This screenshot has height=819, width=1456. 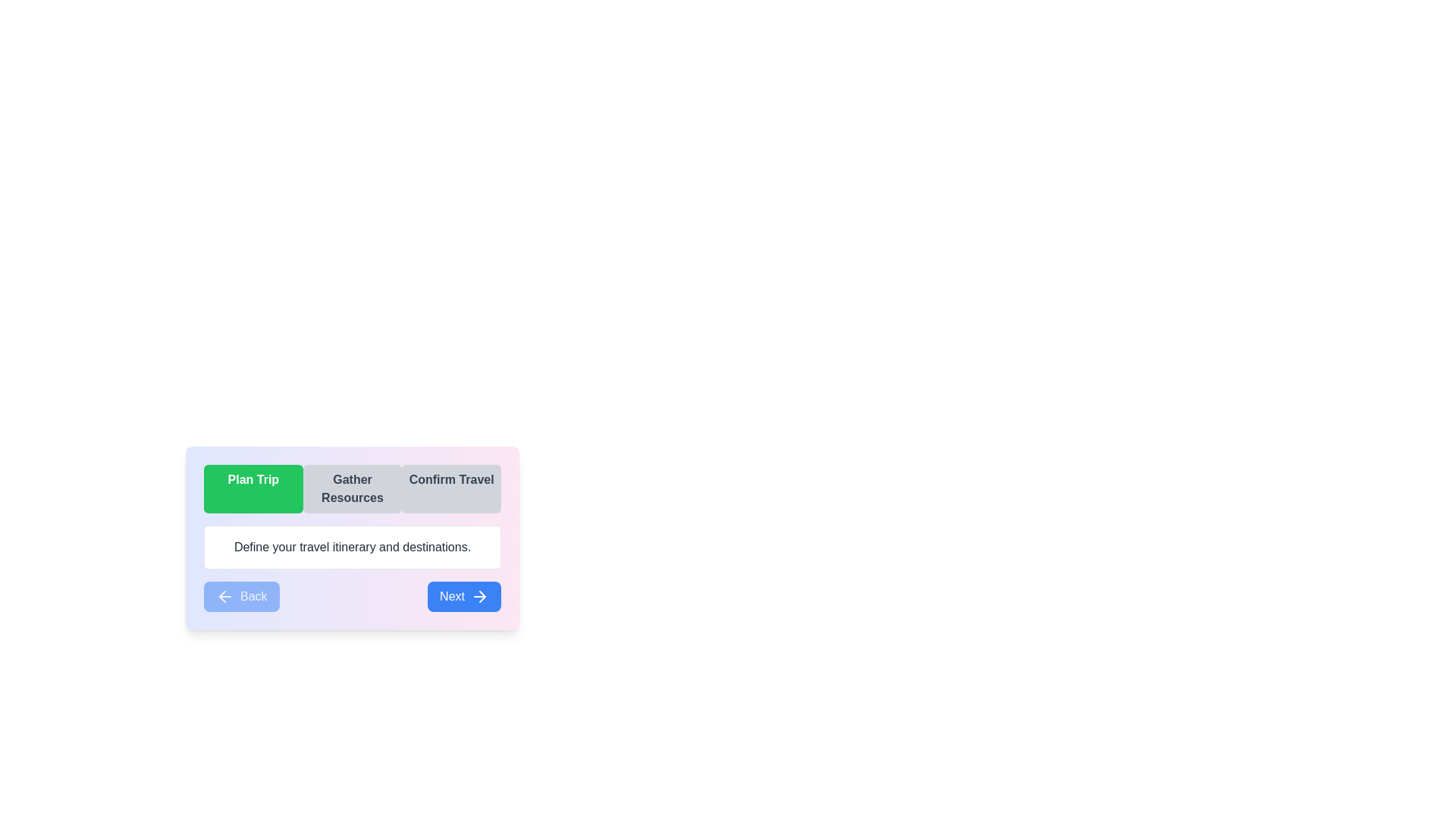 What do you see at coordinates (224, 595) in the screenshot?
I see `the 'Back' icon located within the blue 'Back' button in the lower-left section of the card interface, which assists users in navigating to a previous step` at bounding box center [224, 595].